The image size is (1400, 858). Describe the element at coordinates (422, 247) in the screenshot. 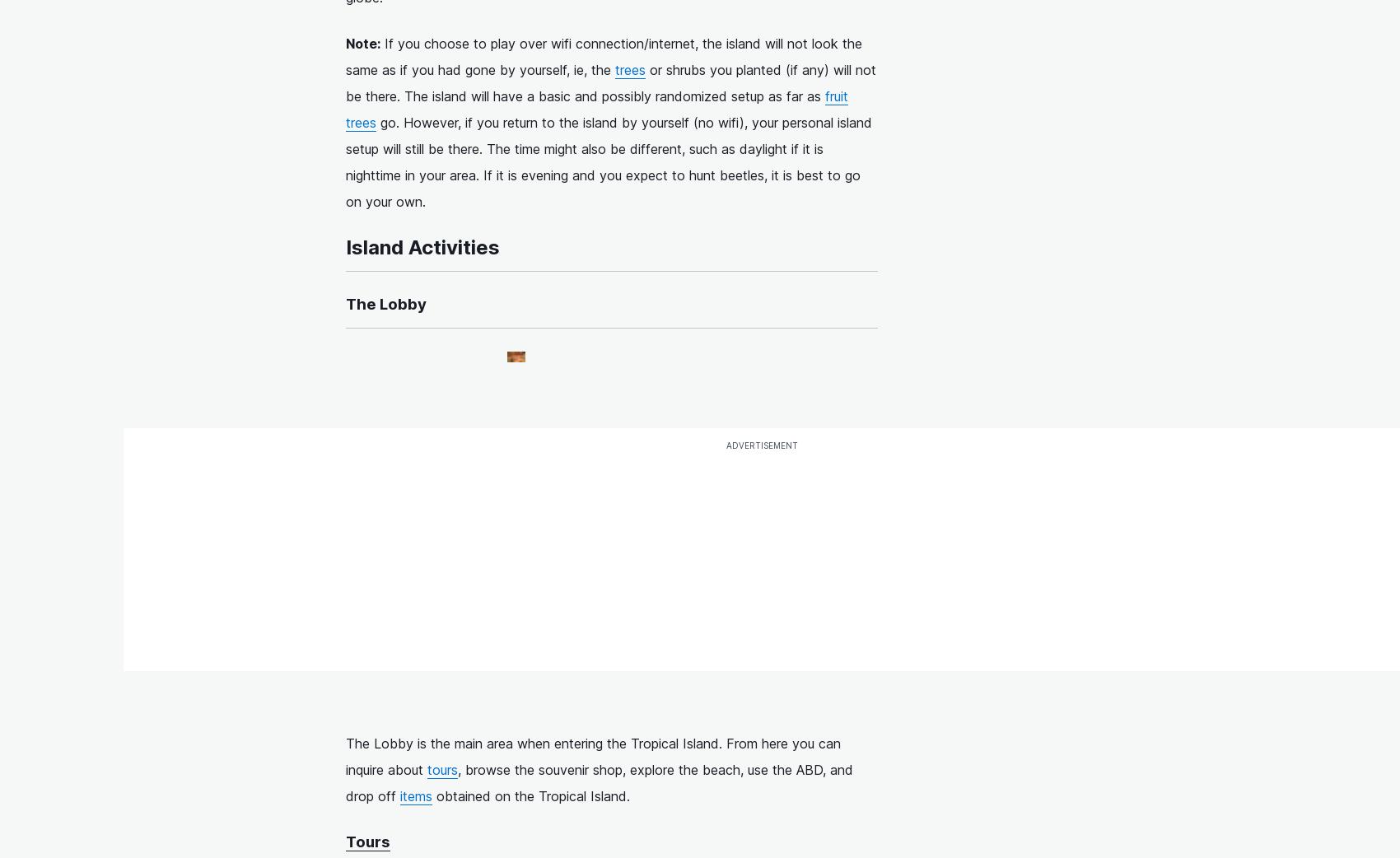

I see `'Island Activities'` at that location.